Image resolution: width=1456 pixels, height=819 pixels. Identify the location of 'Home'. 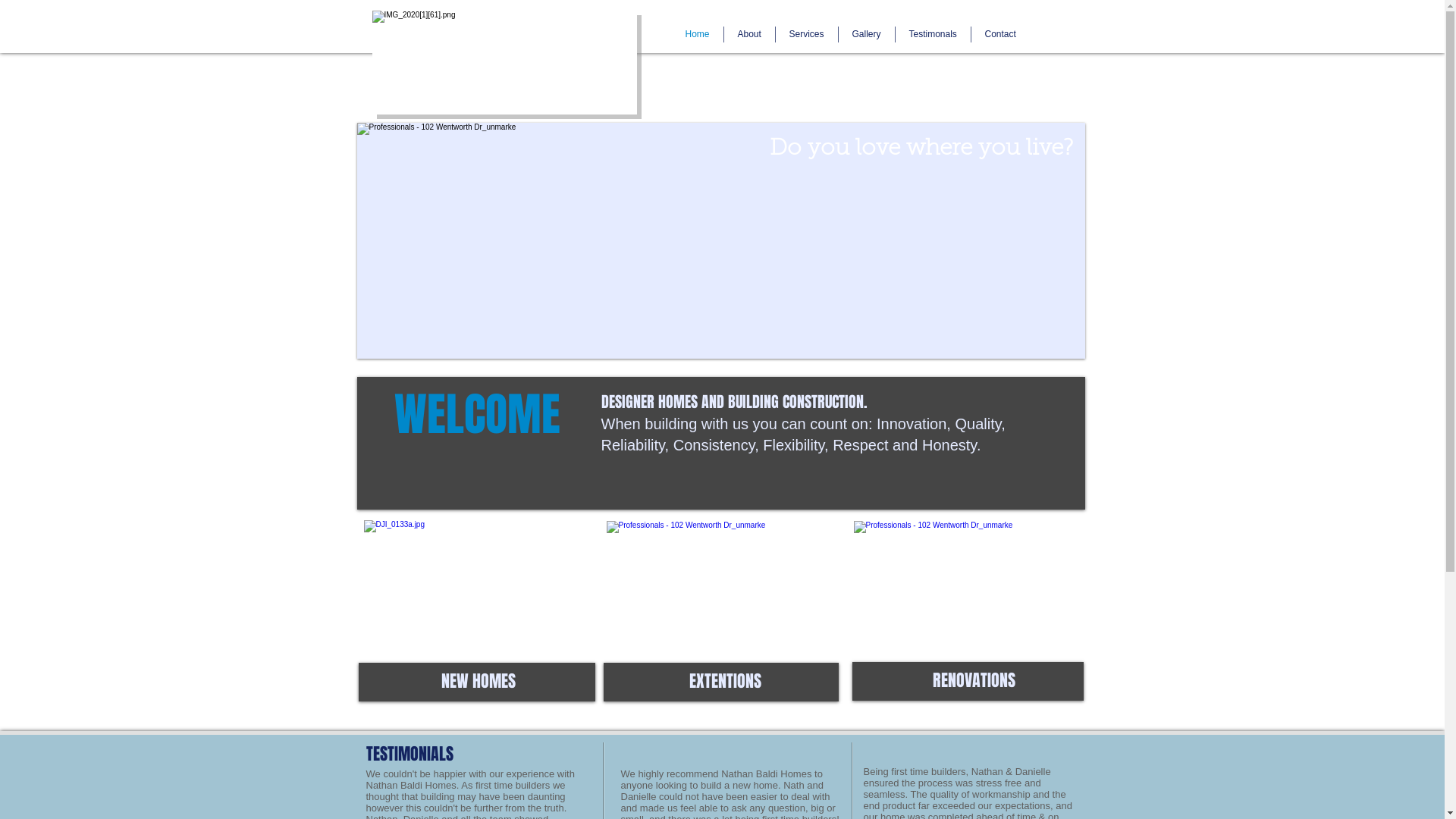
(697, 34).